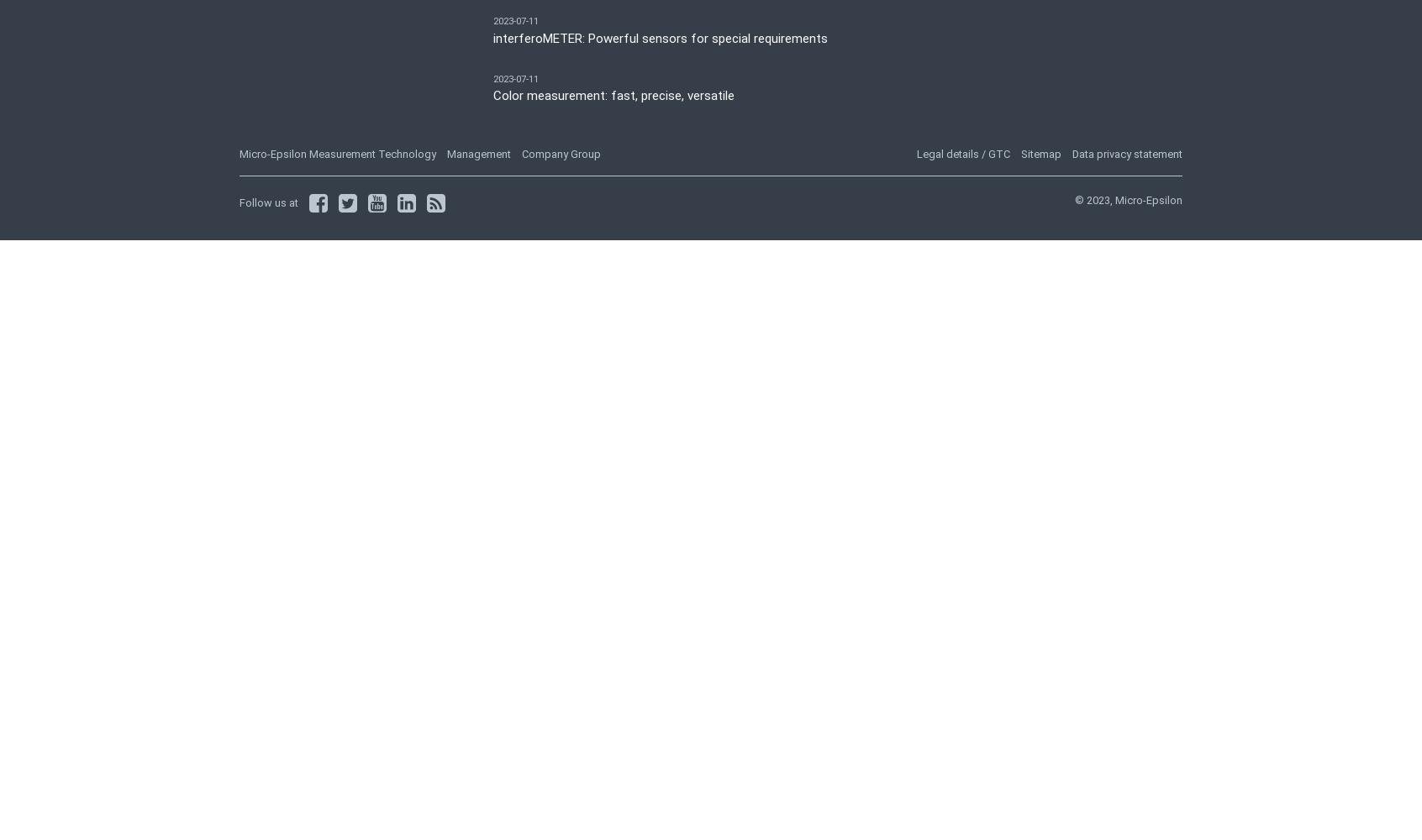 The width and height of the screenshot is (1422, 840). Describe the element at coordinates (267, 201) in the screenshot. I see `'Follow us at'` at that location.